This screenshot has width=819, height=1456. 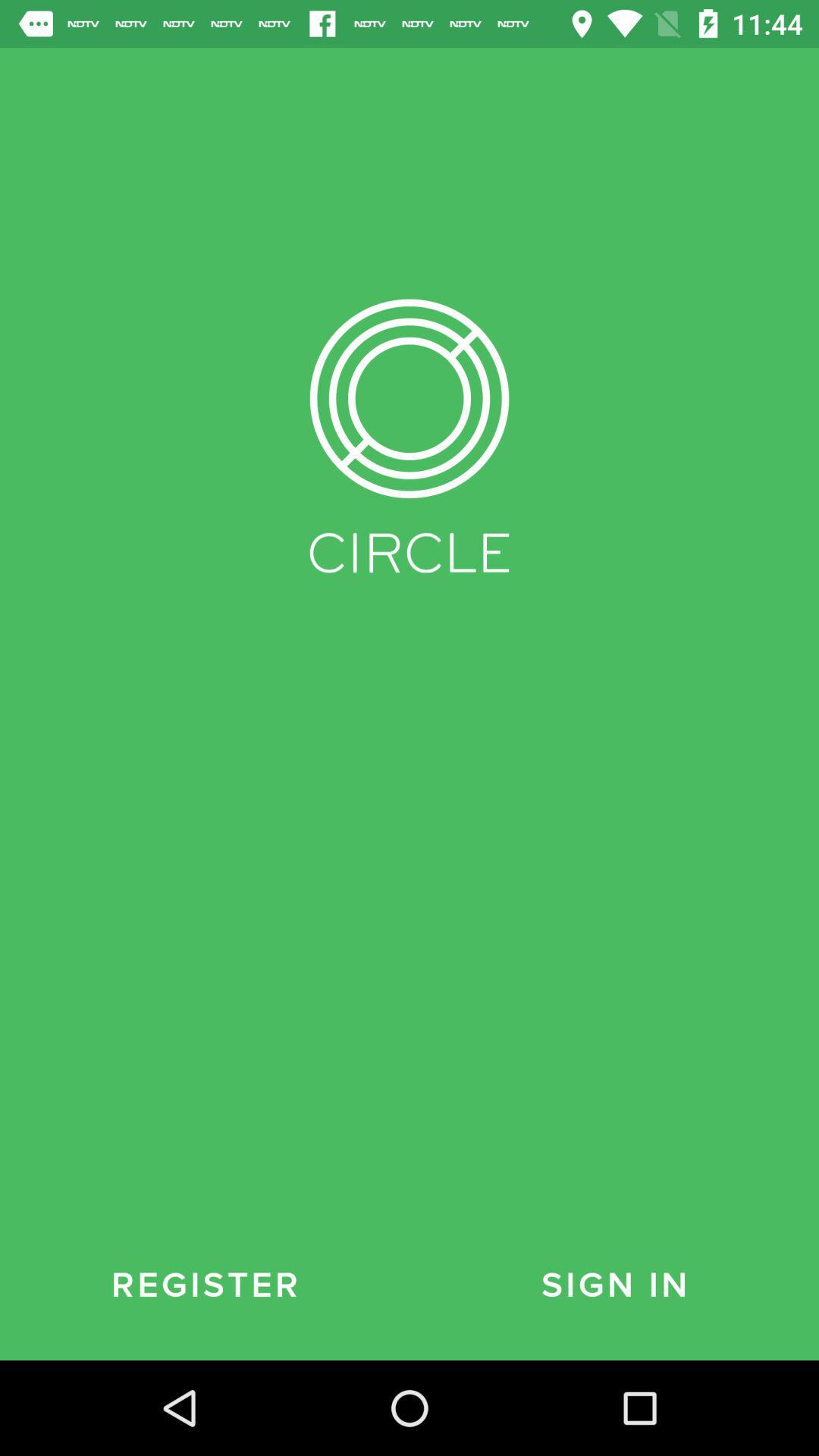 I want to click on item next to the sign in, so click(x=205, y=1285).